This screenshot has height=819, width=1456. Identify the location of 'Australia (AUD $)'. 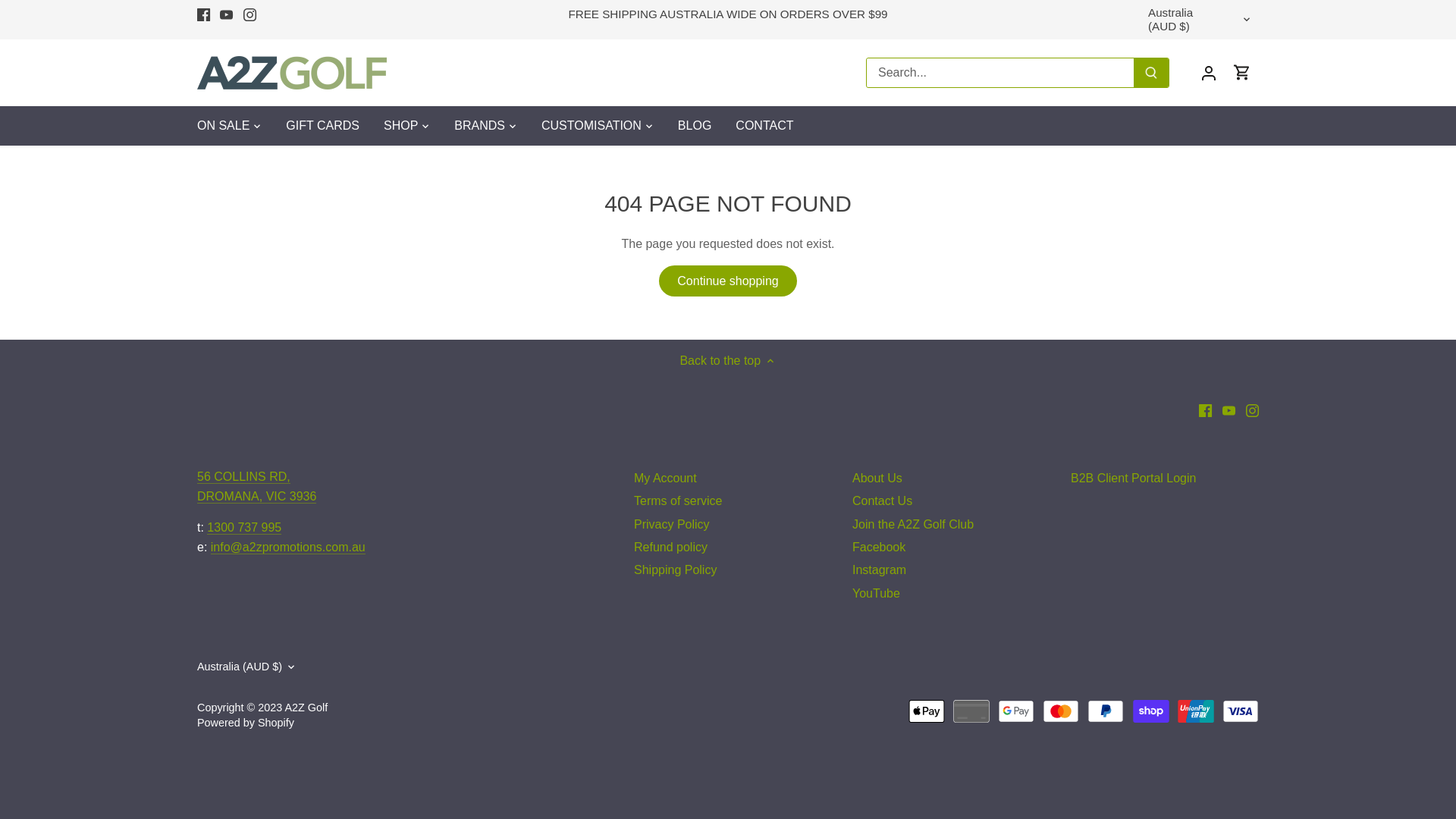
(196, 666).